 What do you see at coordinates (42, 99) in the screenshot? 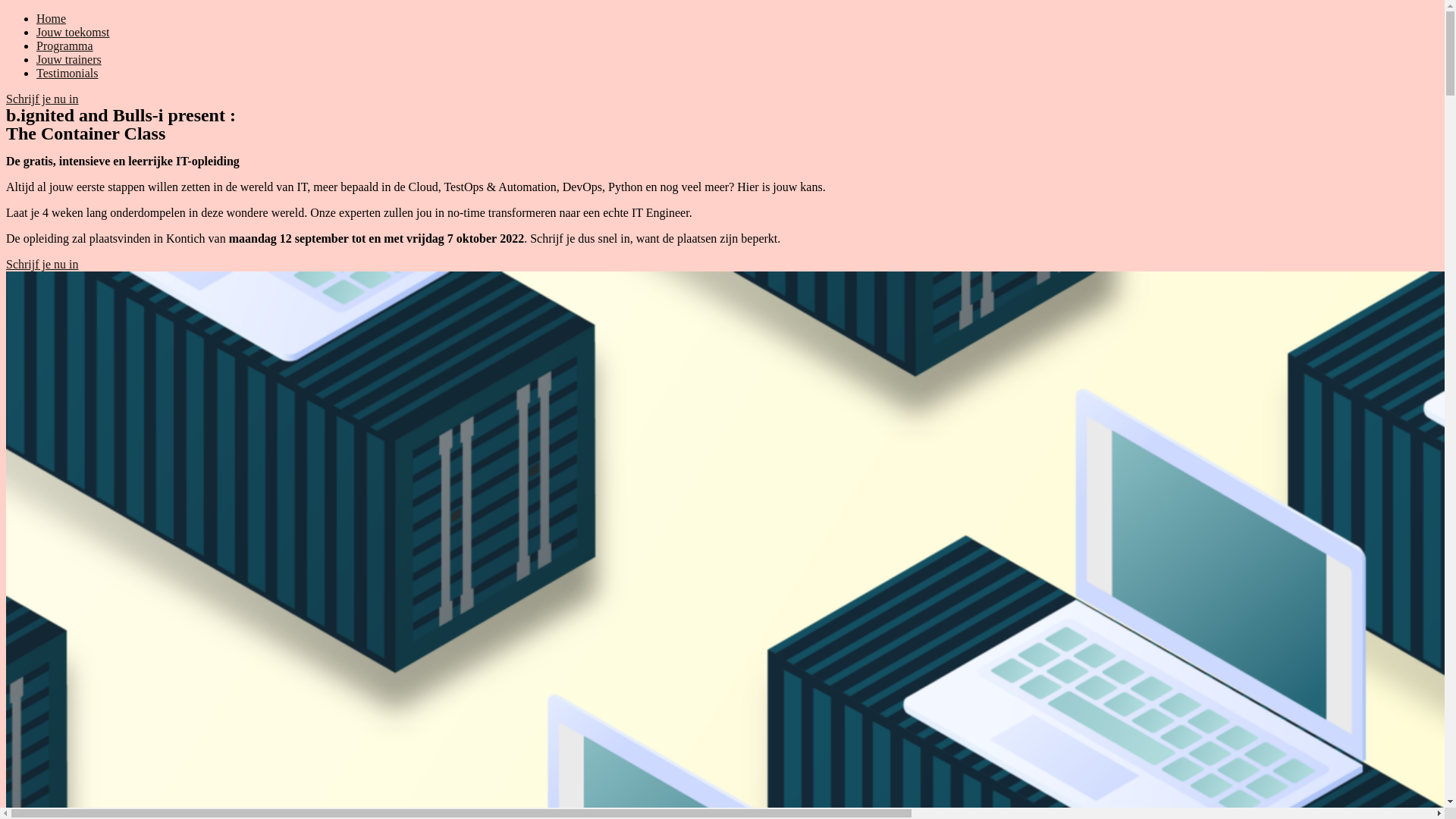
I see `'Schrijf je nu in'` at bounding box center [42, 99].